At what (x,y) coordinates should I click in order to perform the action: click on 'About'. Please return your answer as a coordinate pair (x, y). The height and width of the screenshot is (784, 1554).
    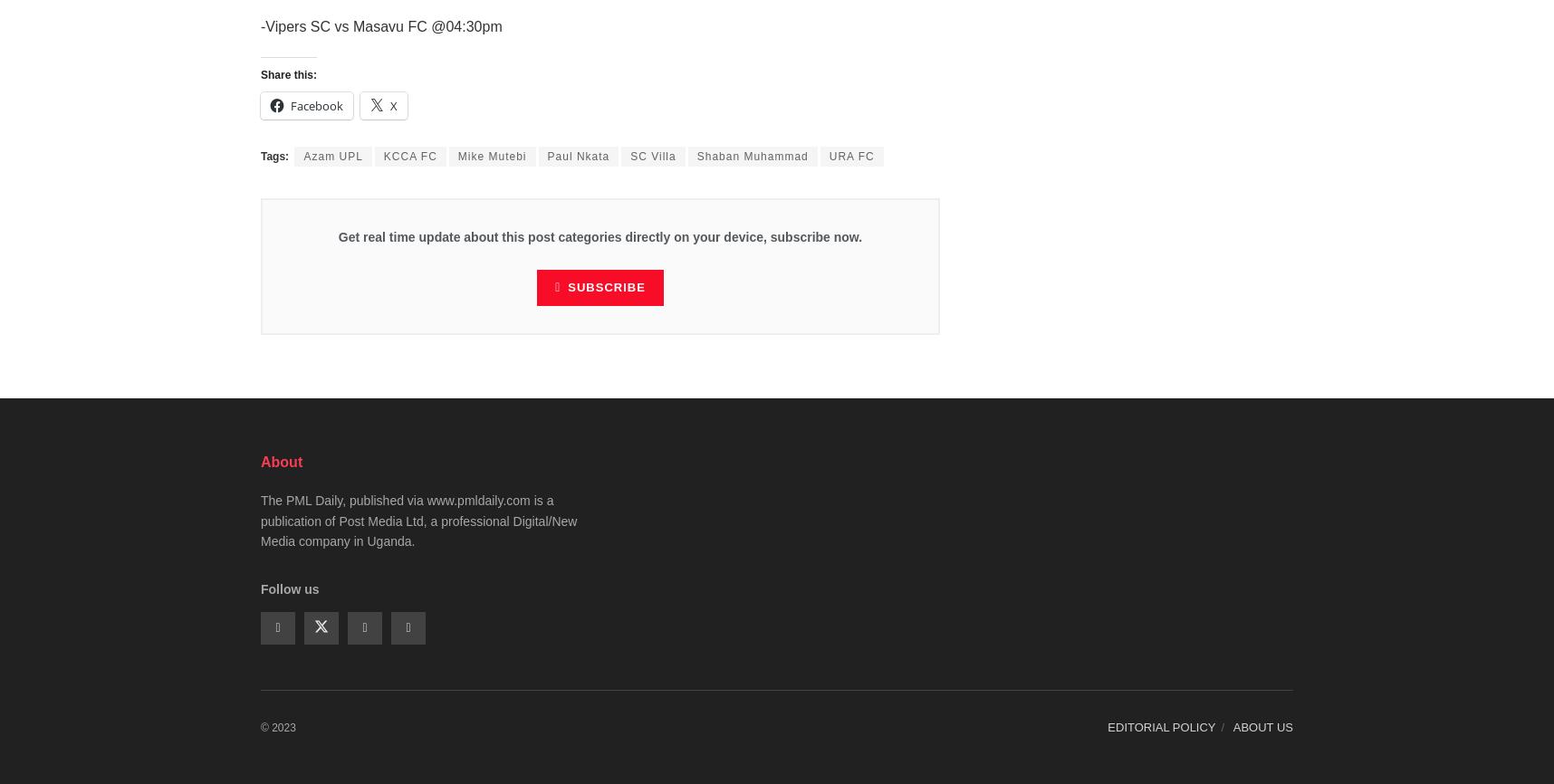
    Looking at the image, I should click on (259, 462).